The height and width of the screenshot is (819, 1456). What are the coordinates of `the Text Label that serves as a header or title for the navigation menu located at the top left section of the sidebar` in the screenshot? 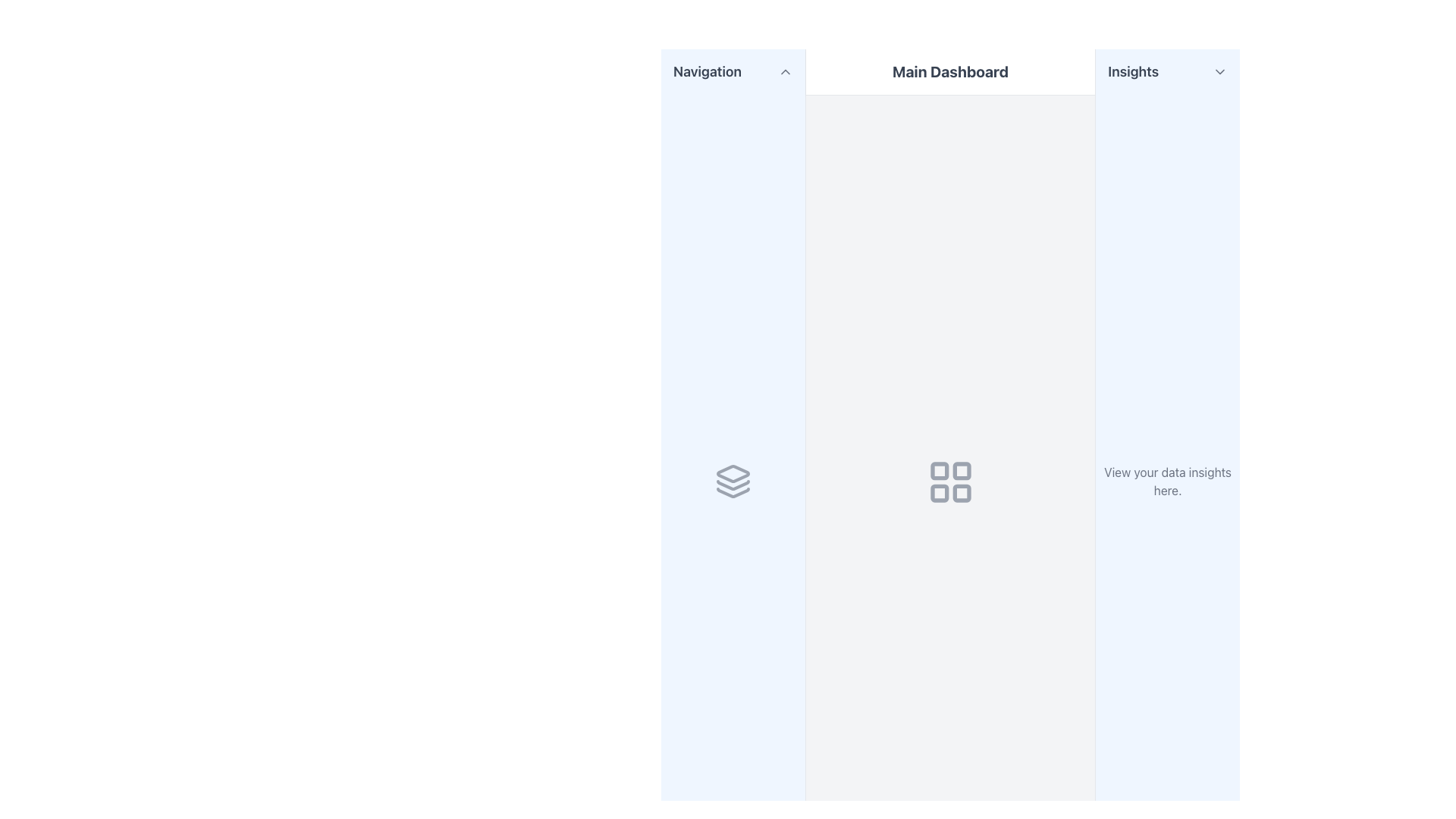 It's located at (706, 72).